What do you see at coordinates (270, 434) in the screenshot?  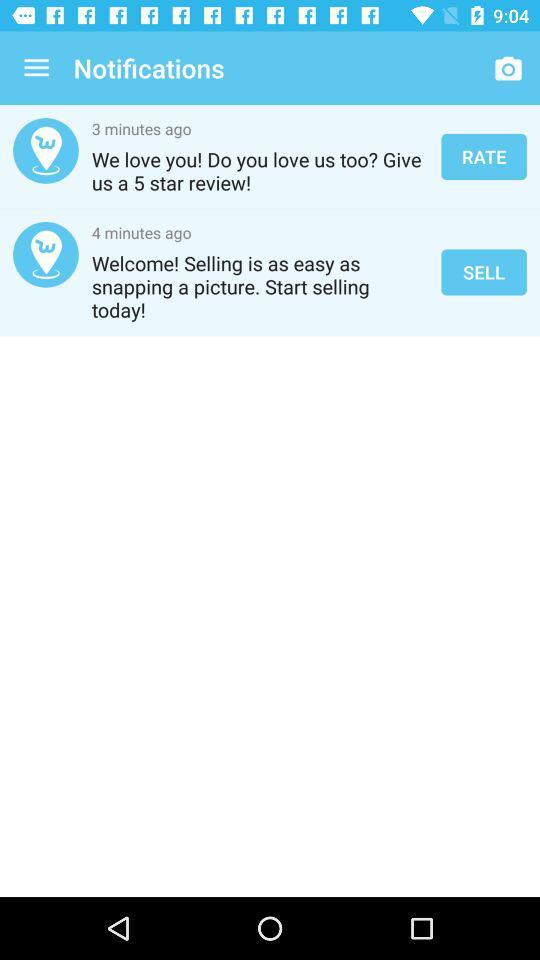 I see `the item at the center` at bounding box center [270, 434].